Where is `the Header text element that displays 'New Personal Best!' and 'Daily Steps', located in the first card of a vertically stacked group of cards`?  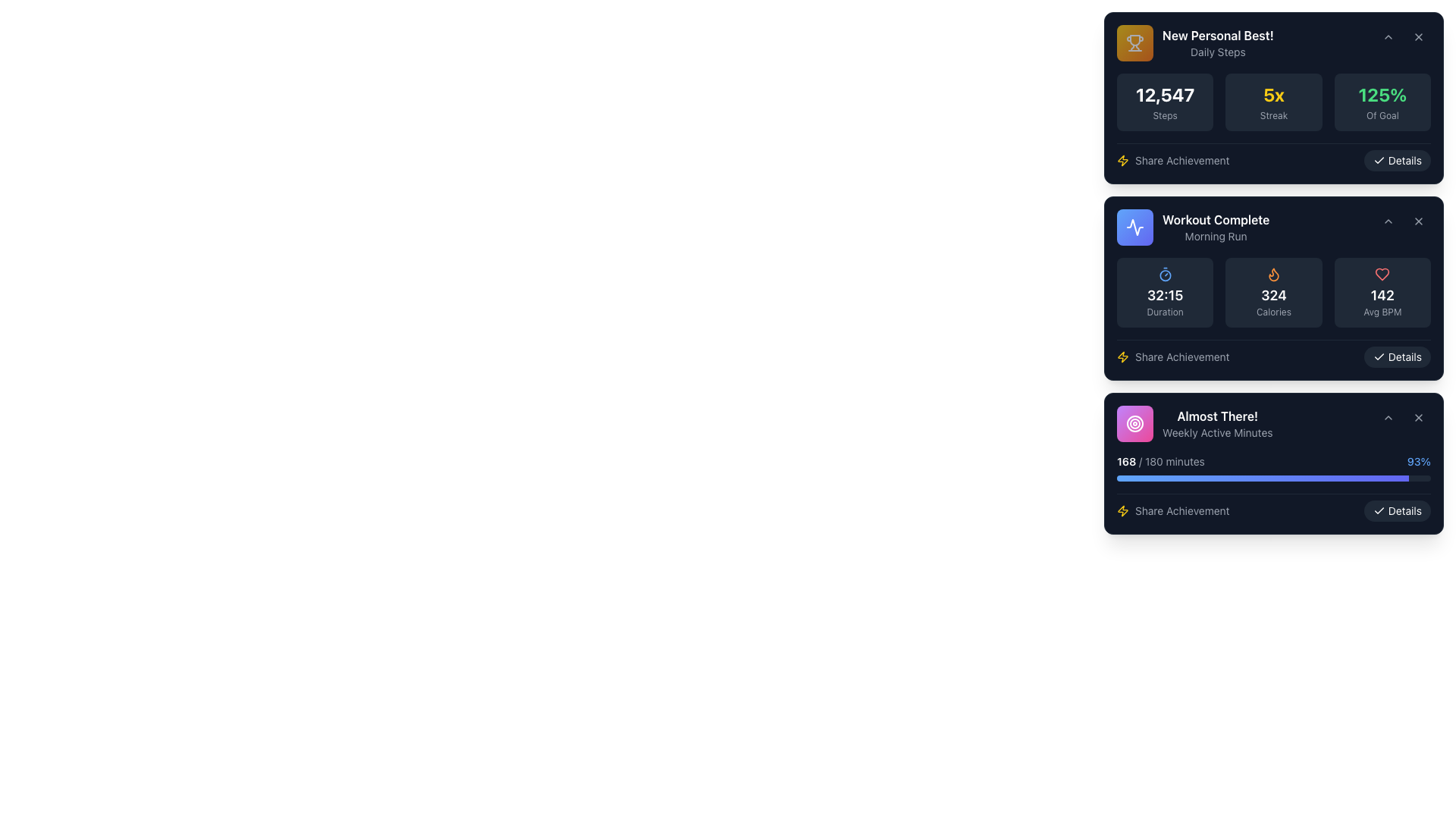
the Header text element that displays 'New Personal Best!' and 'Daily Steps', located in the first card of a vertically stacked group of cards is located at coordinates (1218, 42).